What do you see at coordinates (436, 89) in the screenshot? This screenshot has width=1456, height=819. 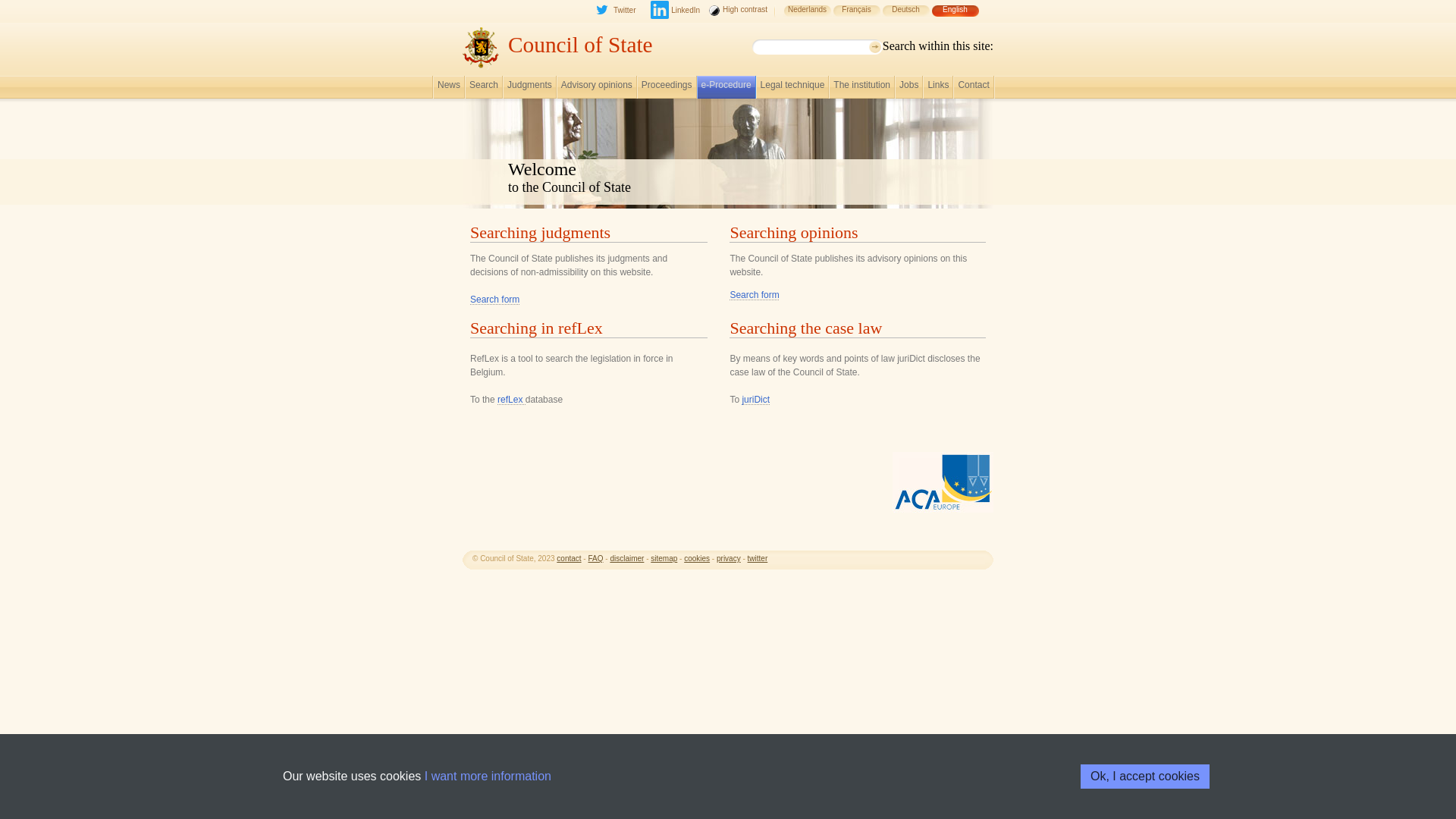 I see `'News'` at bounding box center [436, 89].